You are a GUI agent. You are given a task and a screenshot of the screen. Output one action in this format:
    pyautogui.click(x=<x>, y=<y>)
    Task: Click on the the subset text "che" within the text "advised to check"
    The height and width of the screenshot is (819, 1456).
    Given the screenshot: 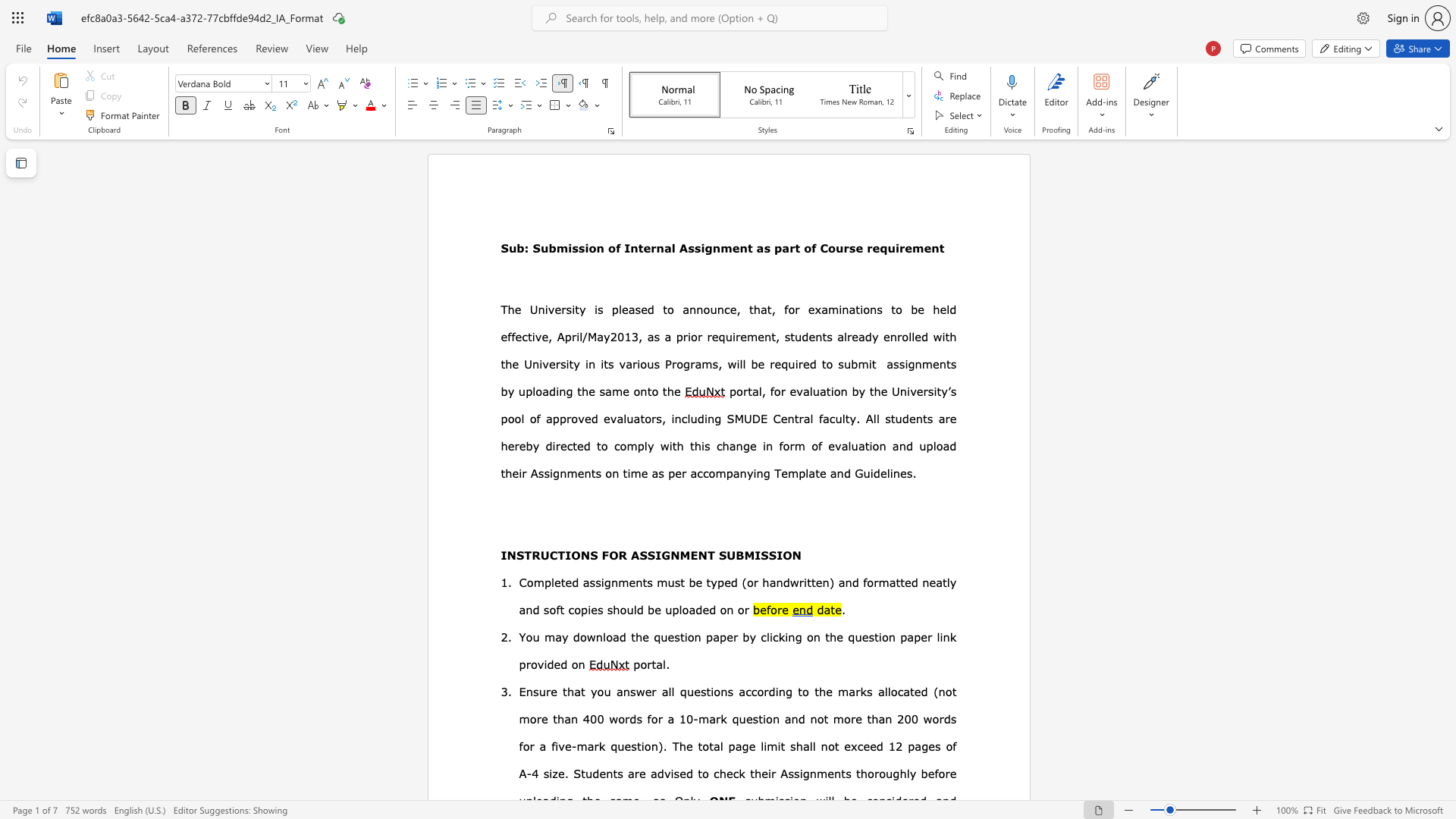 What is the action you would take?
    pyautogui.click(x=712, y=773)
    